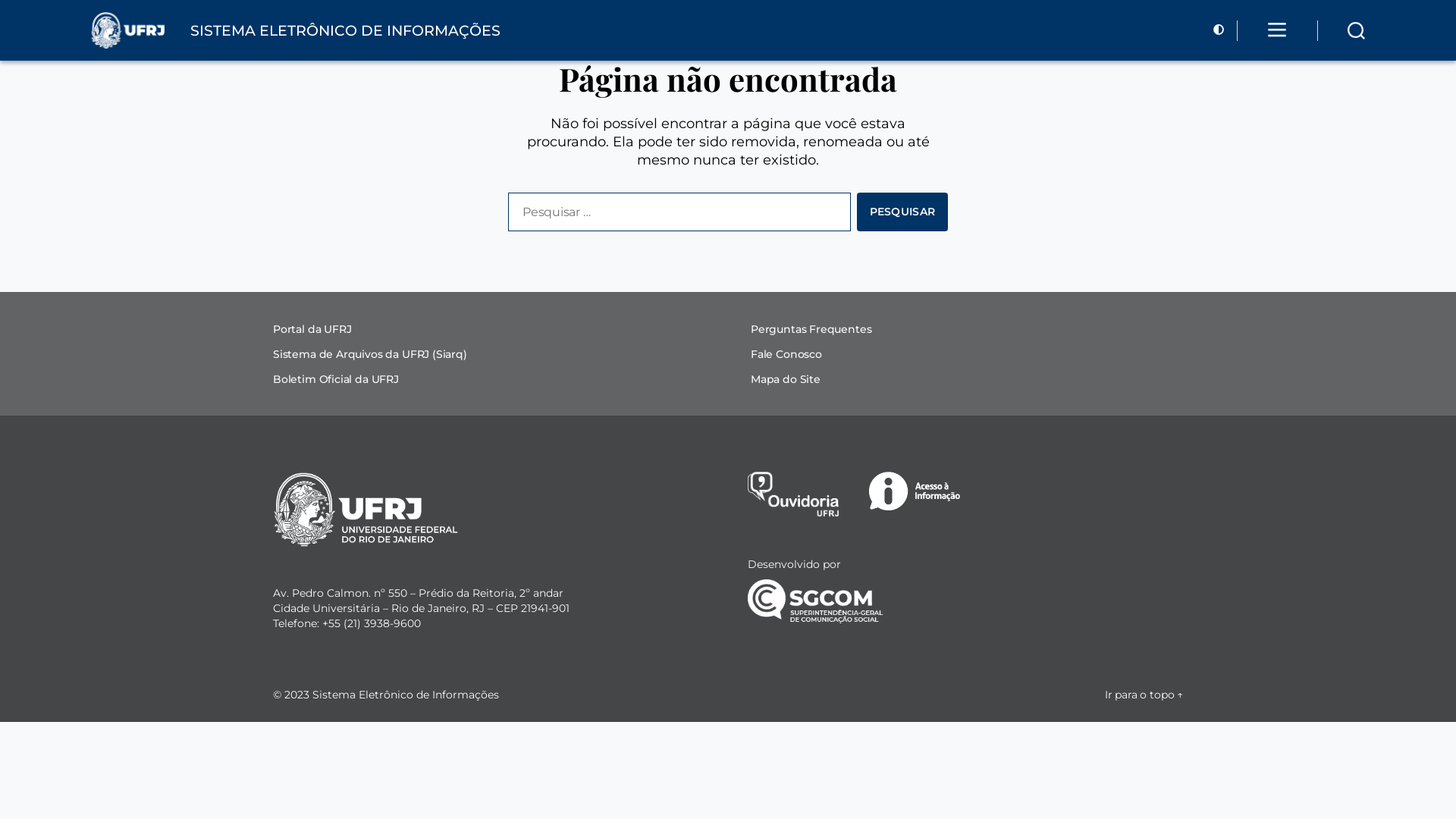  I want to click on 'Fale Conosco', so click(786, 353).